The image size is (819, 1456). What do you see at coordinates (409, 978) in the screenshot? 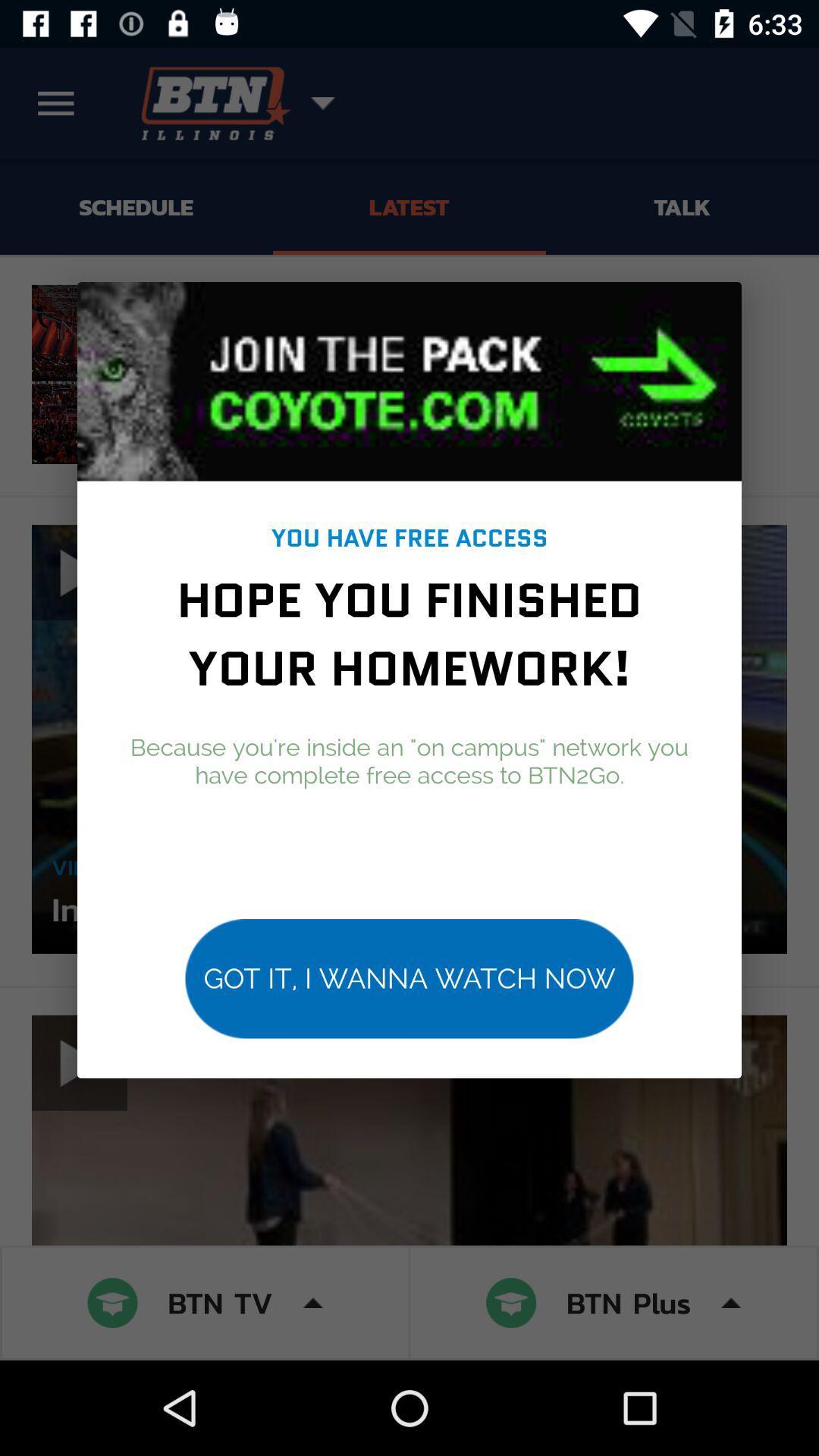
I see `got it i` at bounding box center [409, 978].